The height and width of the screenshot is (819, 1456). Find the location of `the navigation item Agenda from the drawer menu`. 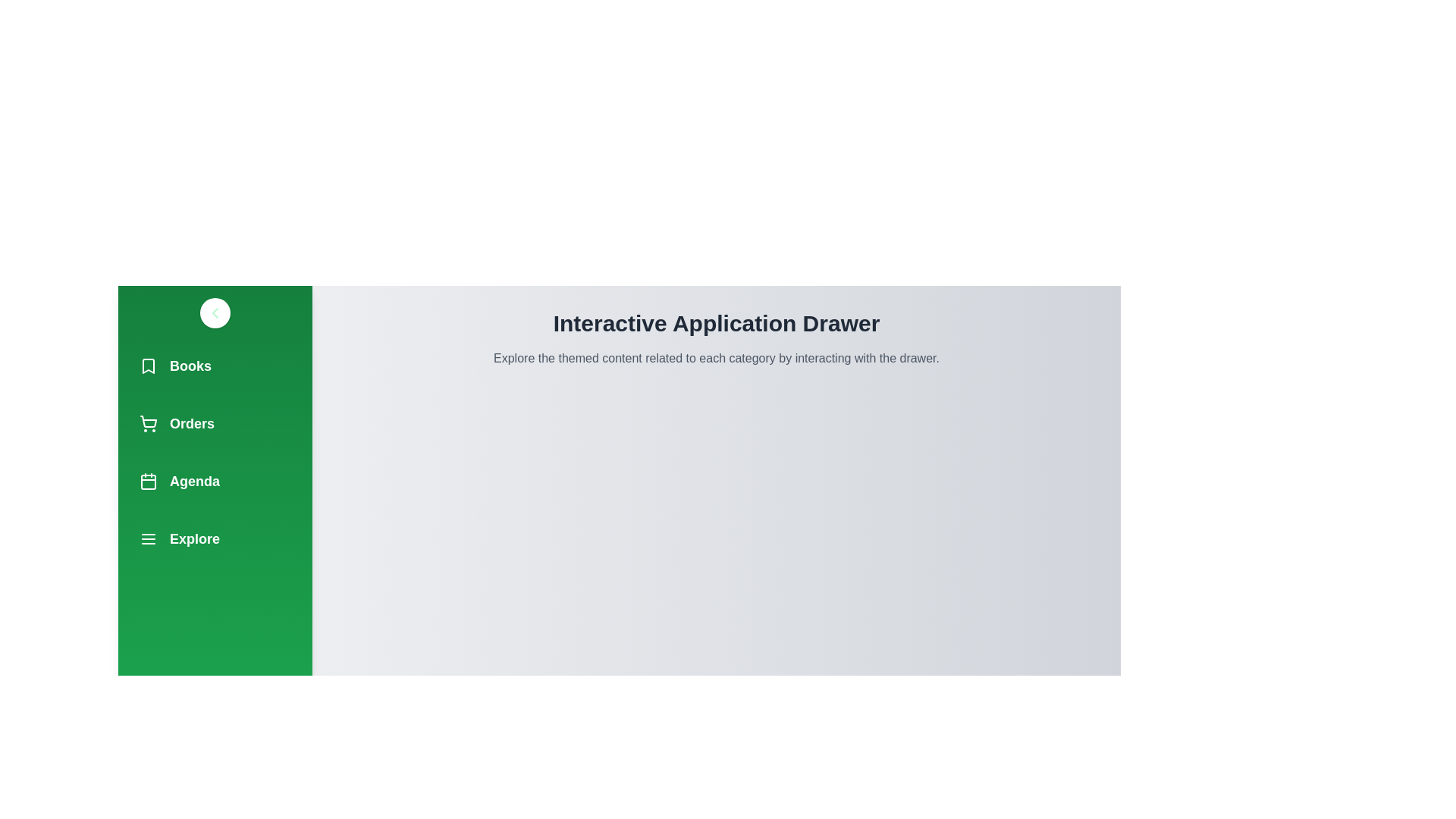

the navigation item Agenda from the drawer menu is located at coordinates (214, 482).